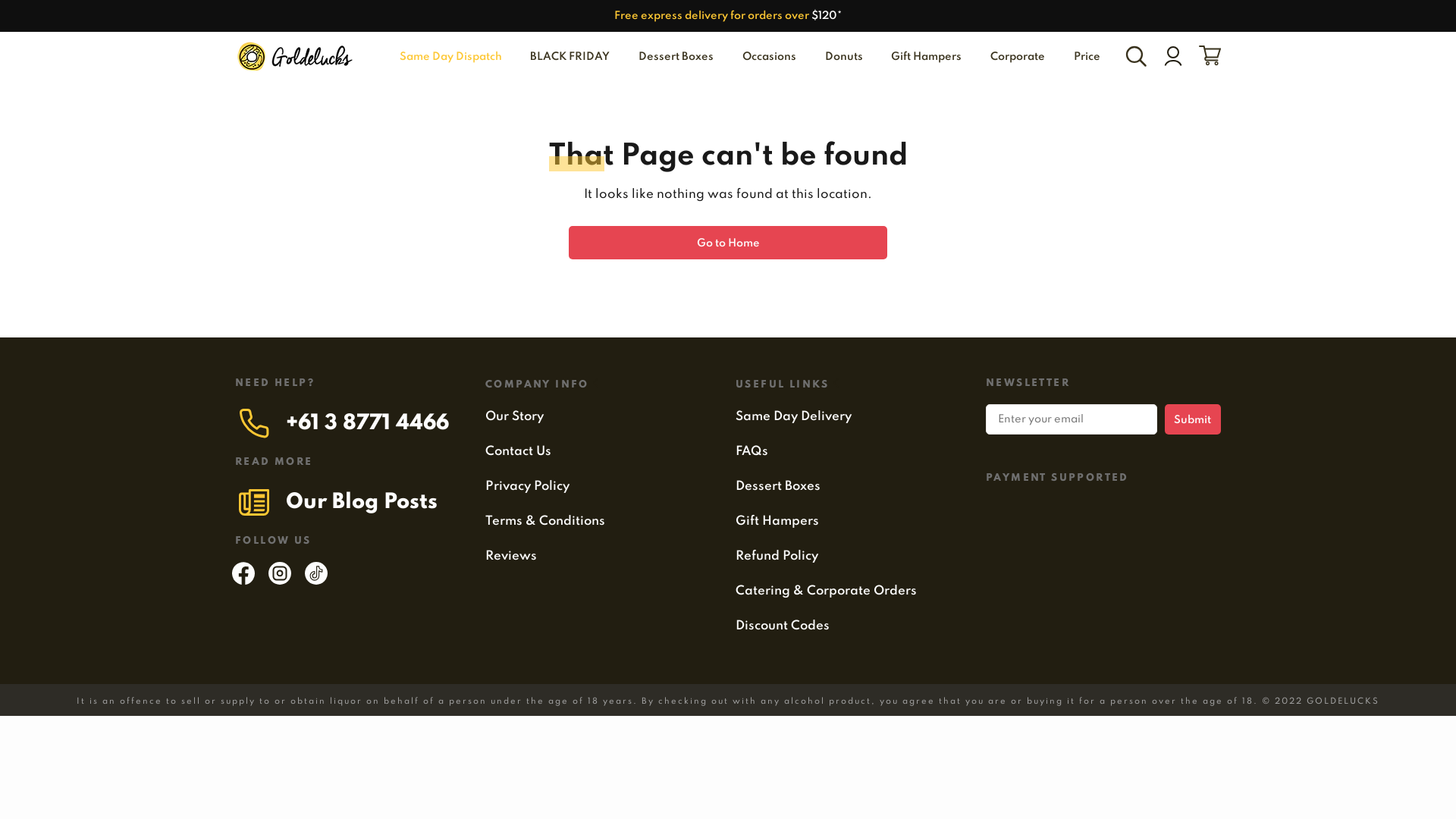  I want to click on 'Discount Codes', so click(783, 626).